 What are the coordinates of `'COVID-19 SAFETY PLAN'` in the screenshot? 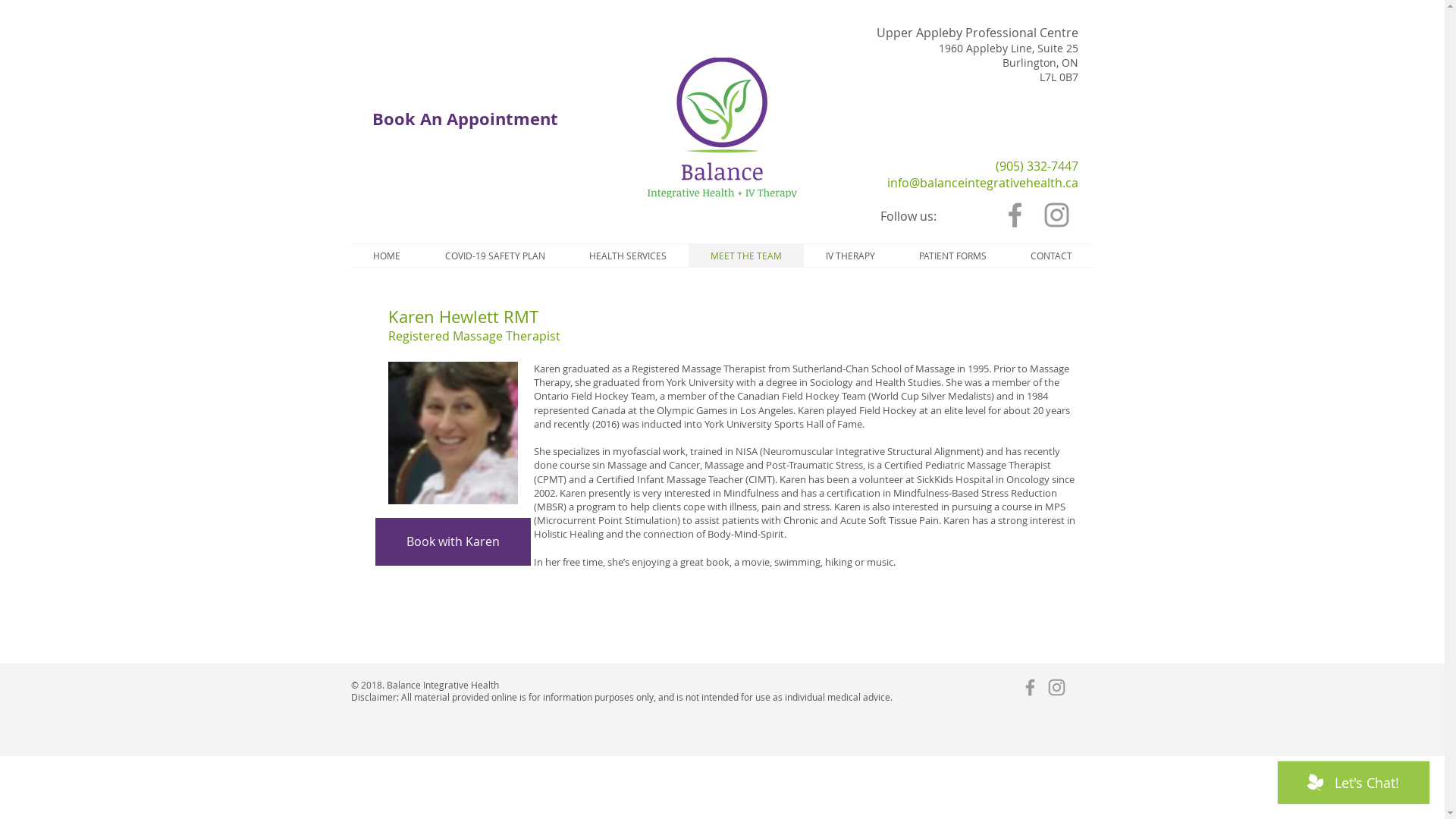 It's located at (494, 254).